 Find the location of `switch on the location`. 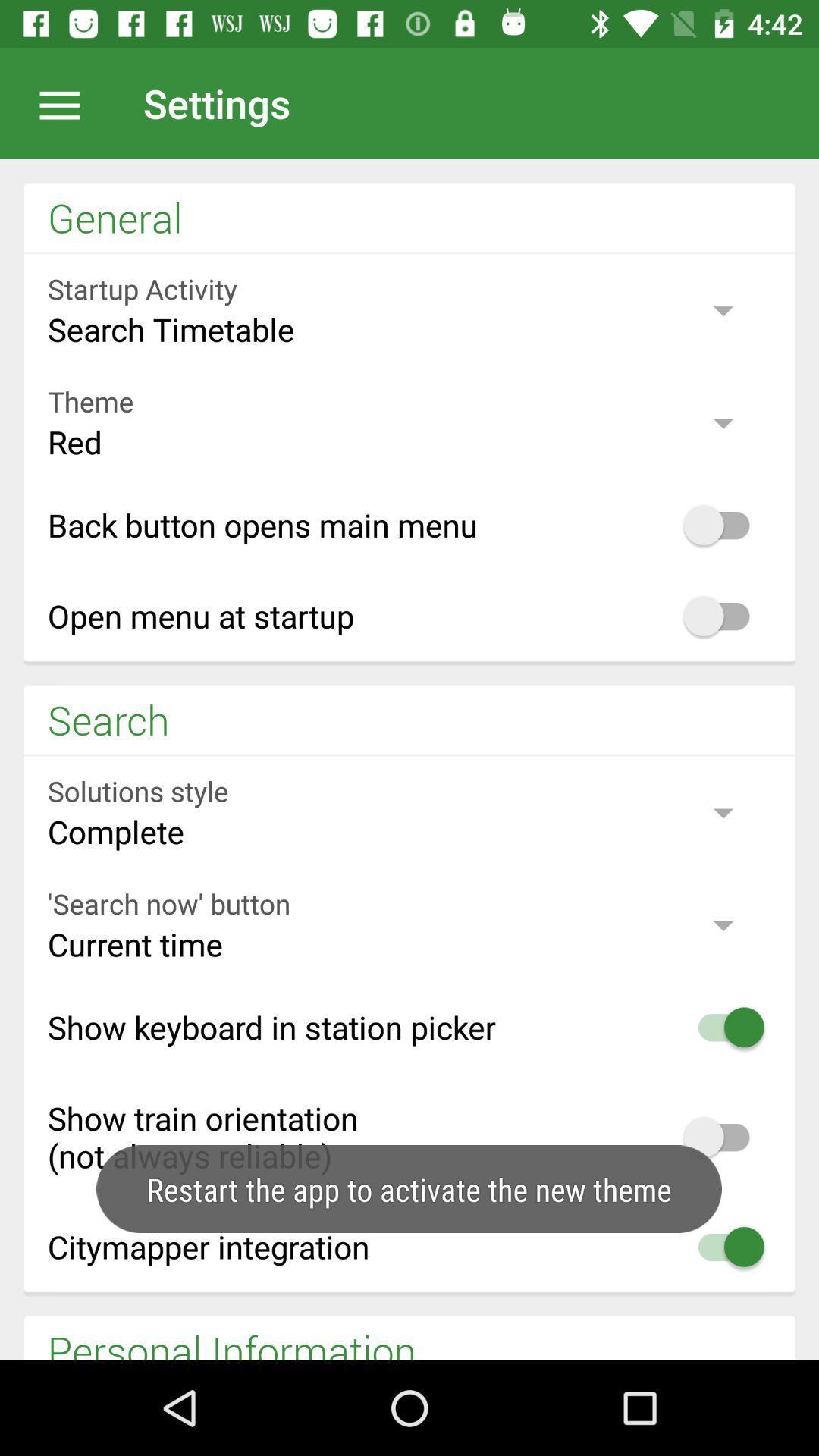

switch on the location is located at coordinates (67, 102).